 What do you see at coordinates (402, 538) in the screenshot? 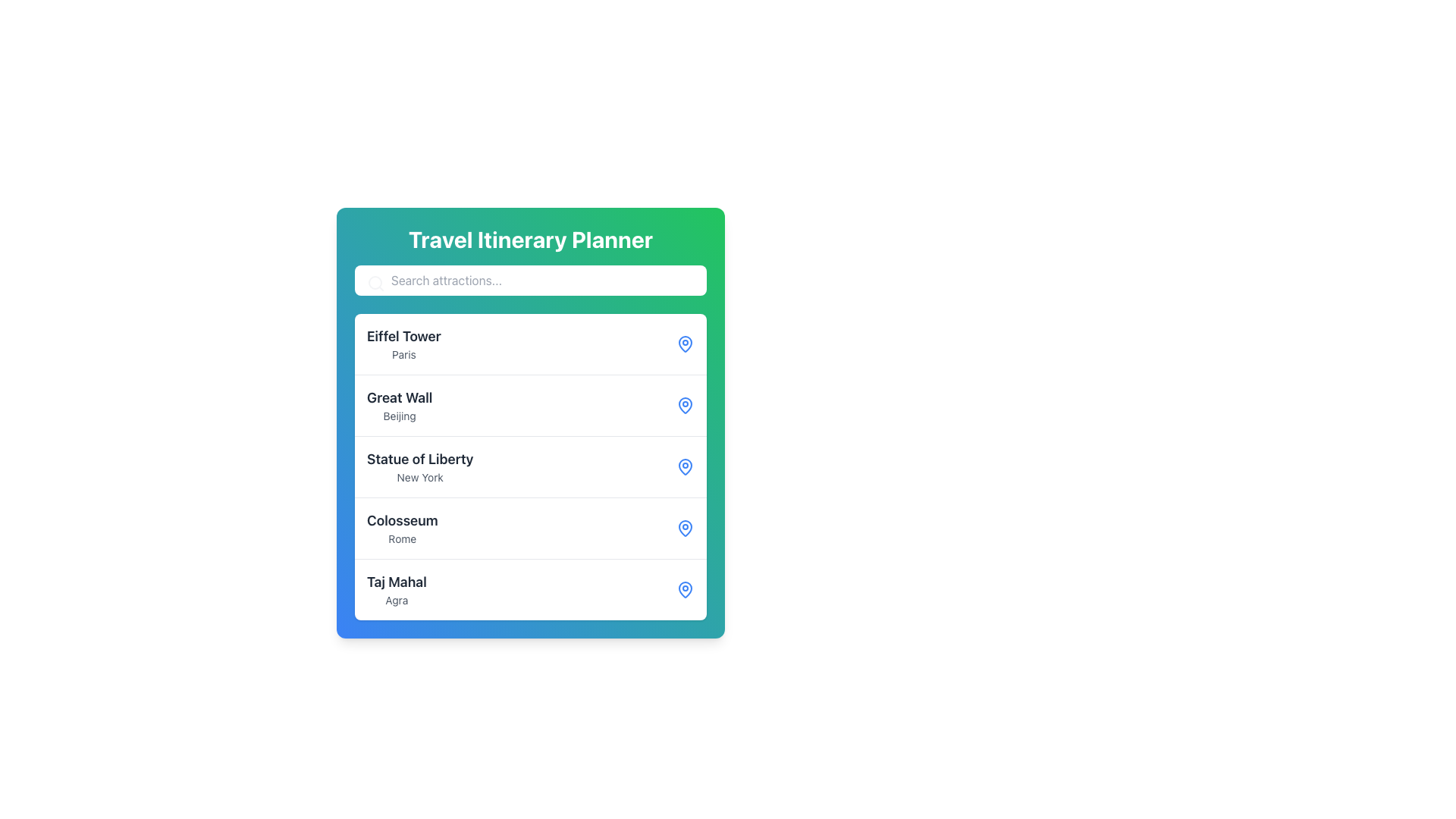
I see `the 'Colosseum' entry by using adjacent elements, specifically targeting the descriptive label that indicates its location in Rome` at bounding box center [402, 538].